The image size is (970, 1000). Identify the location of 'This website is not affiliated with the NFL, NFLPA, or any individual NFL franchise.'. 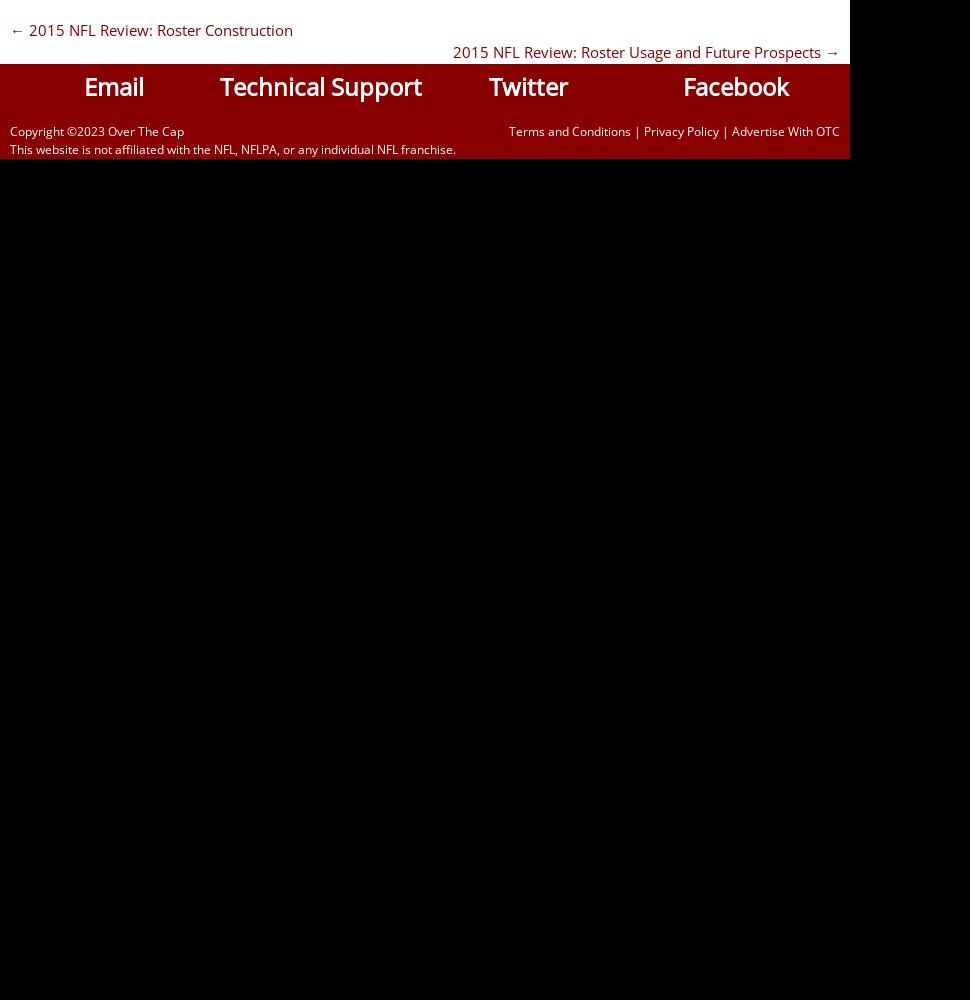
(232, 148).